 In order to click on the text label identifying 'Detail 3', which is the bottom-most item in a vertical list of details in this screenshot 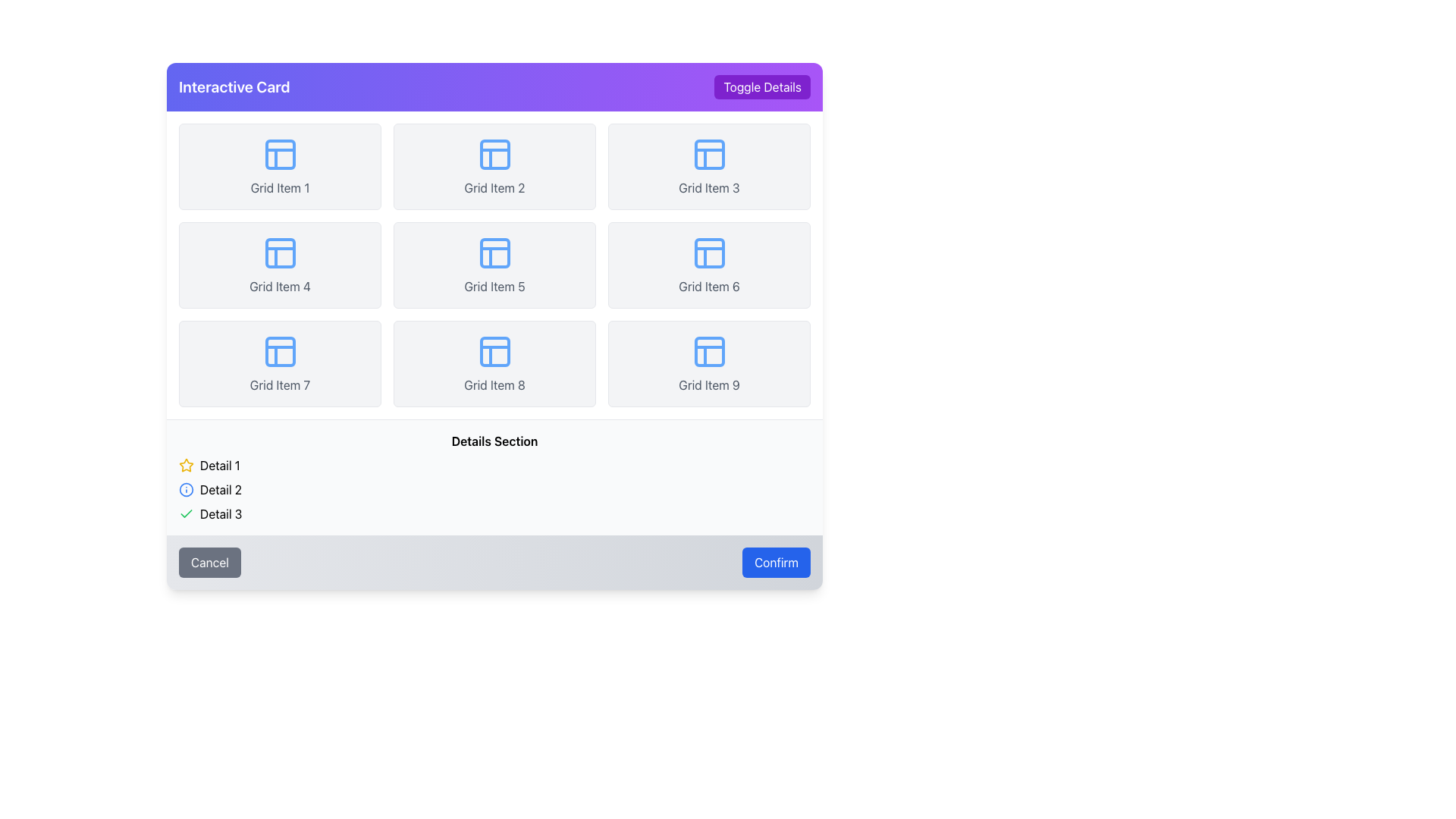, I will do `click(220, 513)`.